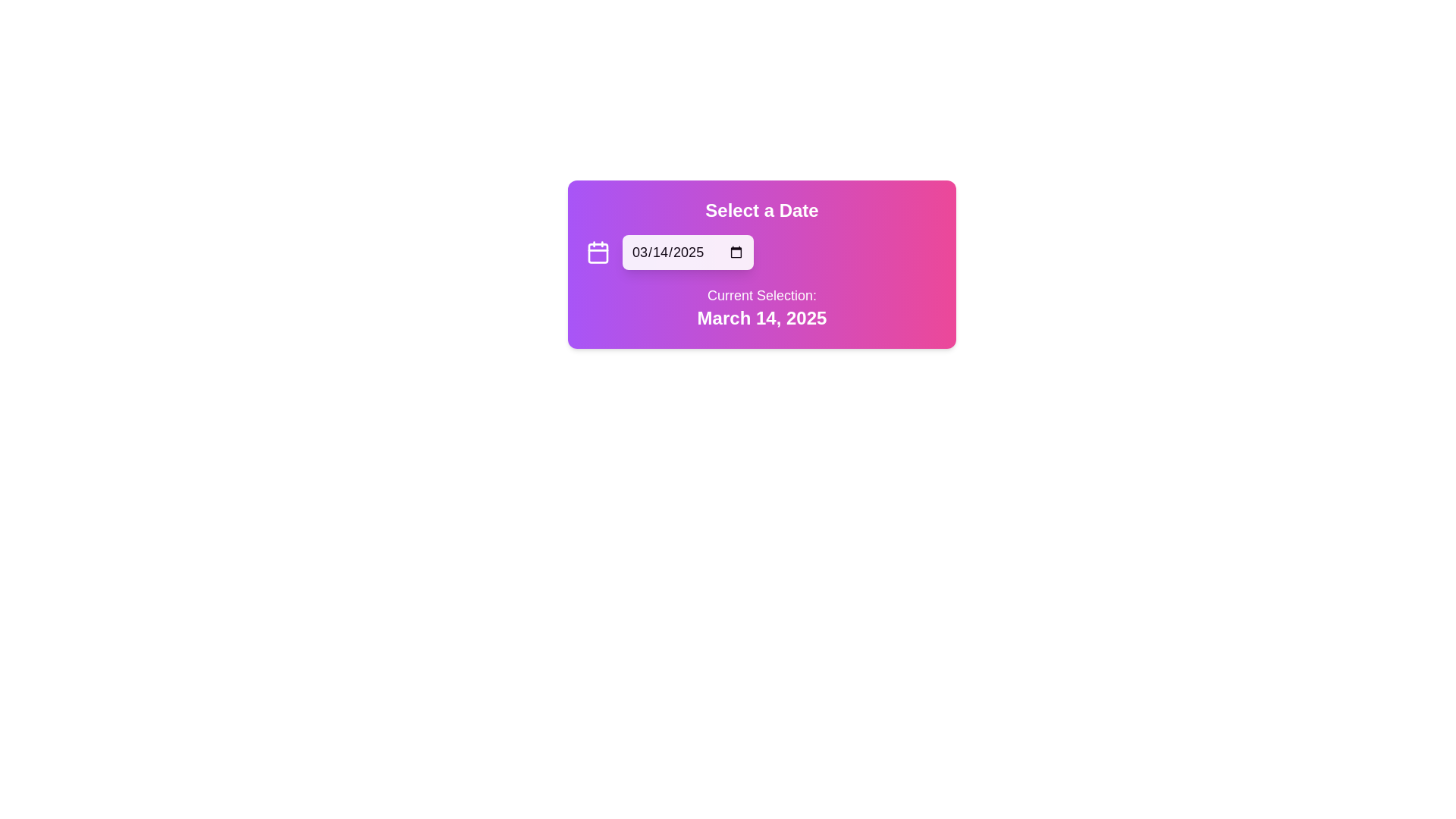  Describe the element at coordinates (597, 253) in the screenshot. I see `the central square icon of the graphical calendar symbol to initiate the date-selection process` at that location.